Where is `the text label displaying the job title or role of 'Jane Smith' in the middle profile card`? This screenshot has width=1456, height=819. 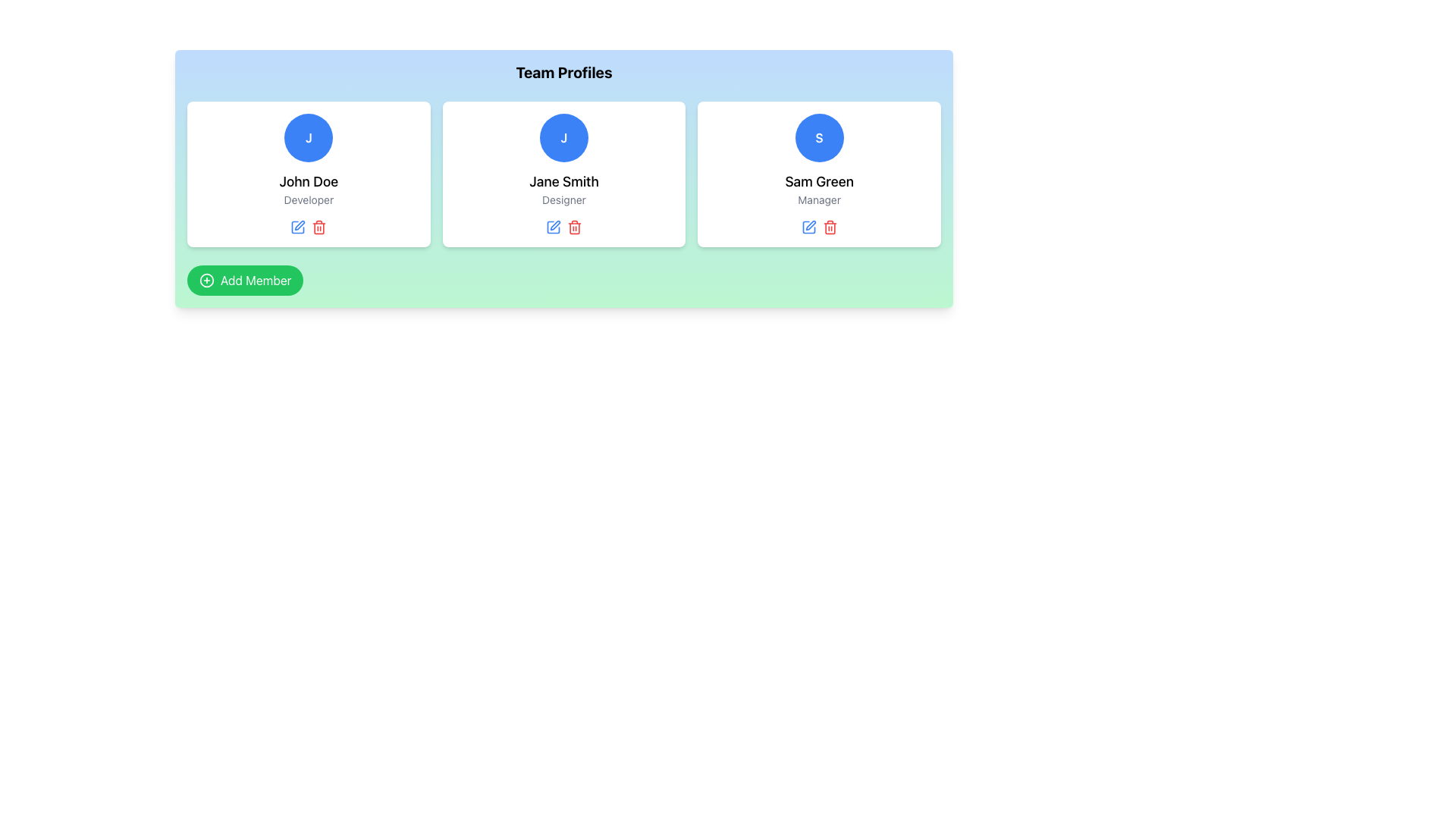
the text label displaying the job title or role of 'Jane Smith' in the middle profile card is located at coordinates (563, 199).